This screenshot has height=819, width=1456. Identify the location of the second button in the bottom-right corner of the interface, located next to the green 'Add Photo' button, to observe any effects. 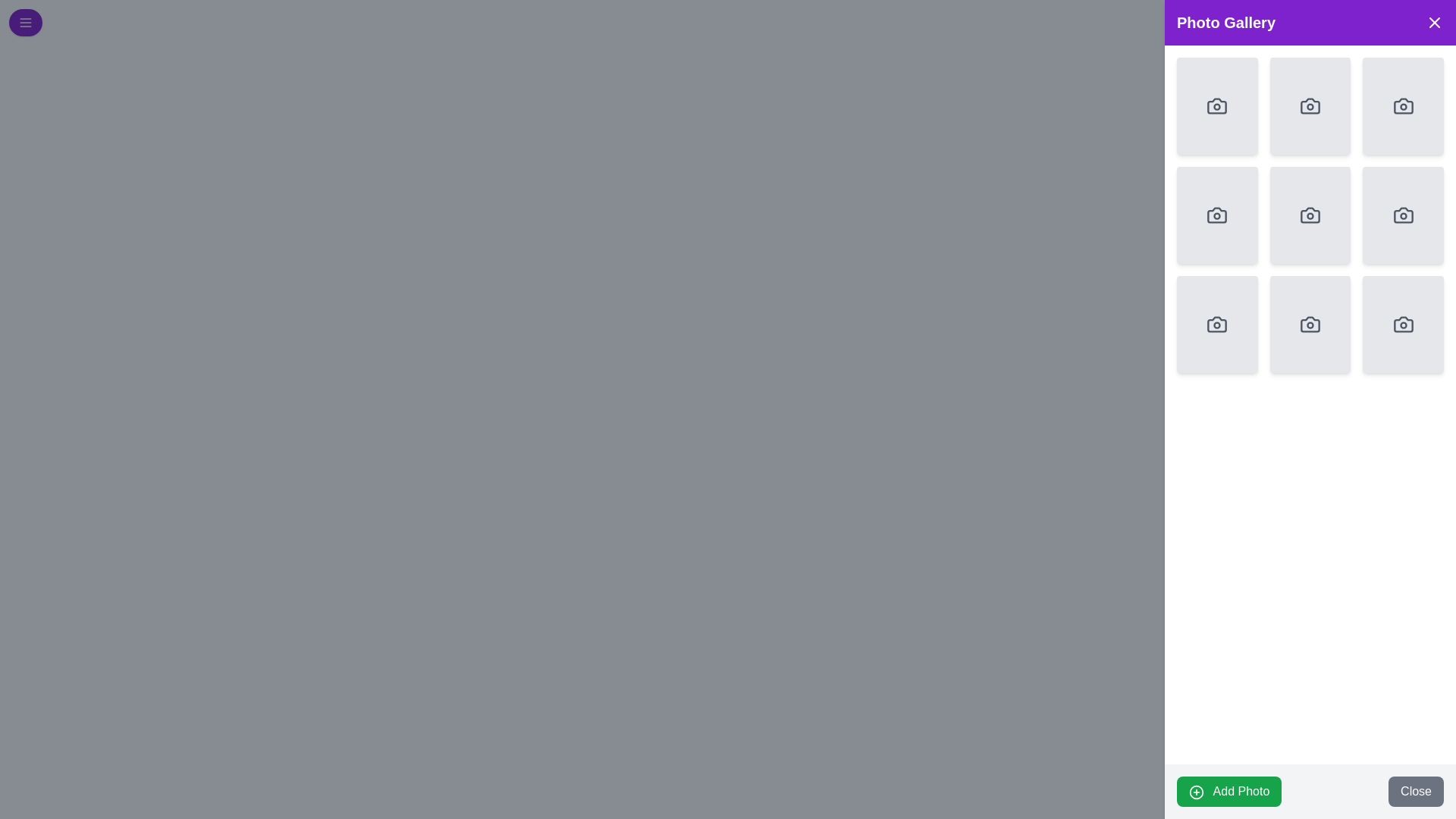
(1415, 791).